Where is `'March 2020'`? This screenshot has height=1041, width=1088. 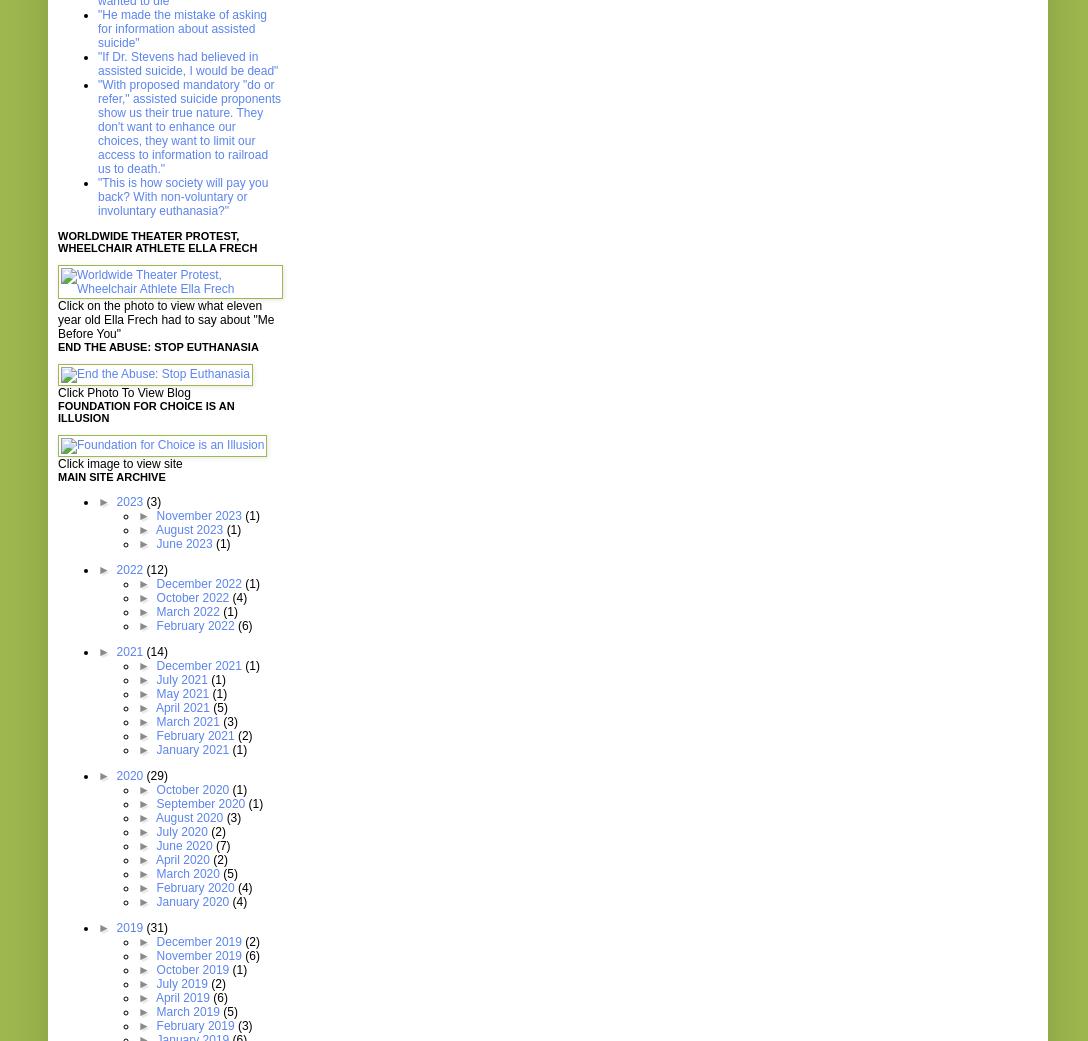
'March 2020' is located at coordinates (188, 873).